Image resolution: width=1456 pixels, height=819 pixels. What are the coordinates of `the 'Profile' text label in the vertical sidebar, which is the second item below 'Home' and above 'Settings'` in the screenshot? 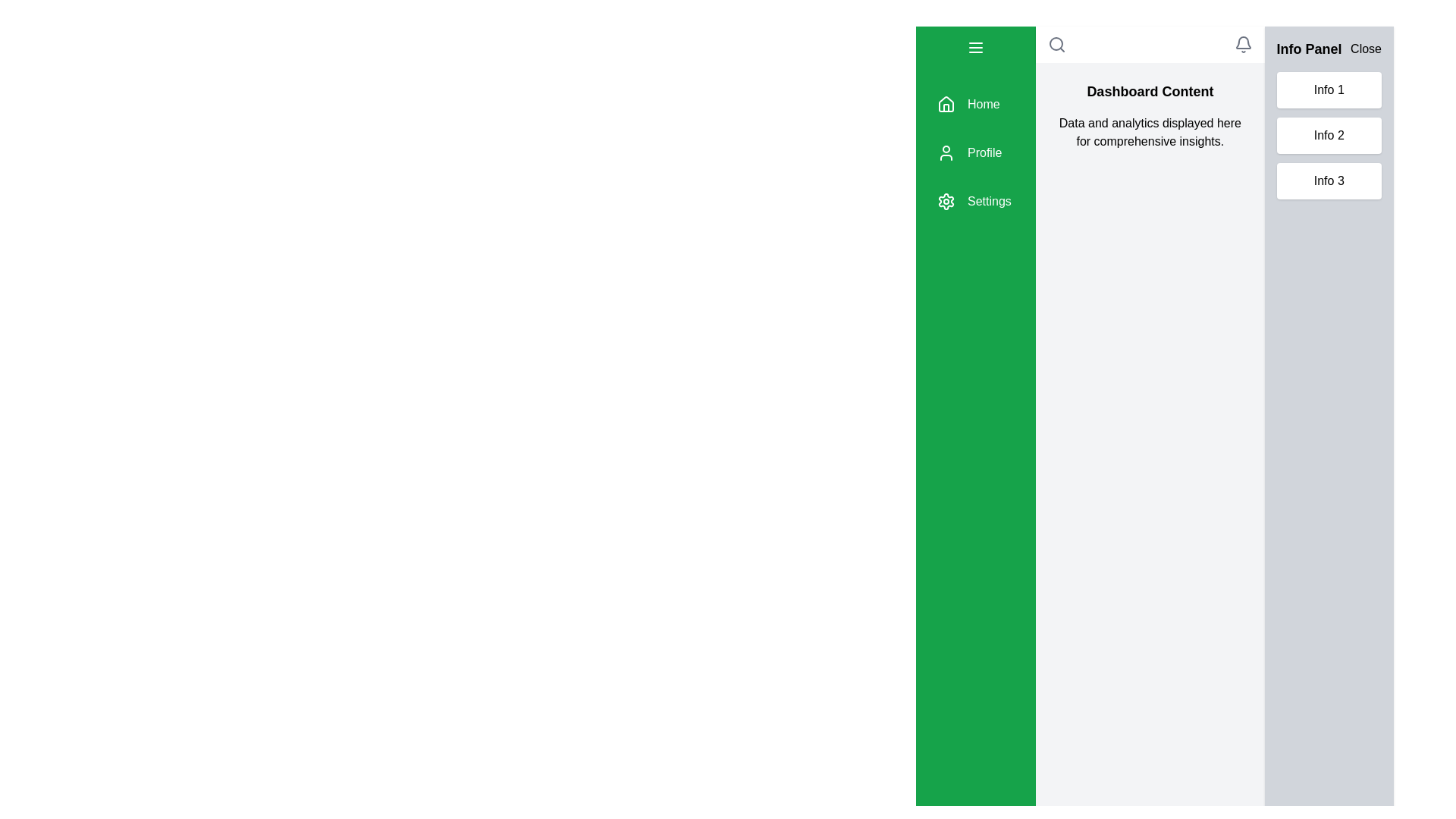 It's located at (984, 152).